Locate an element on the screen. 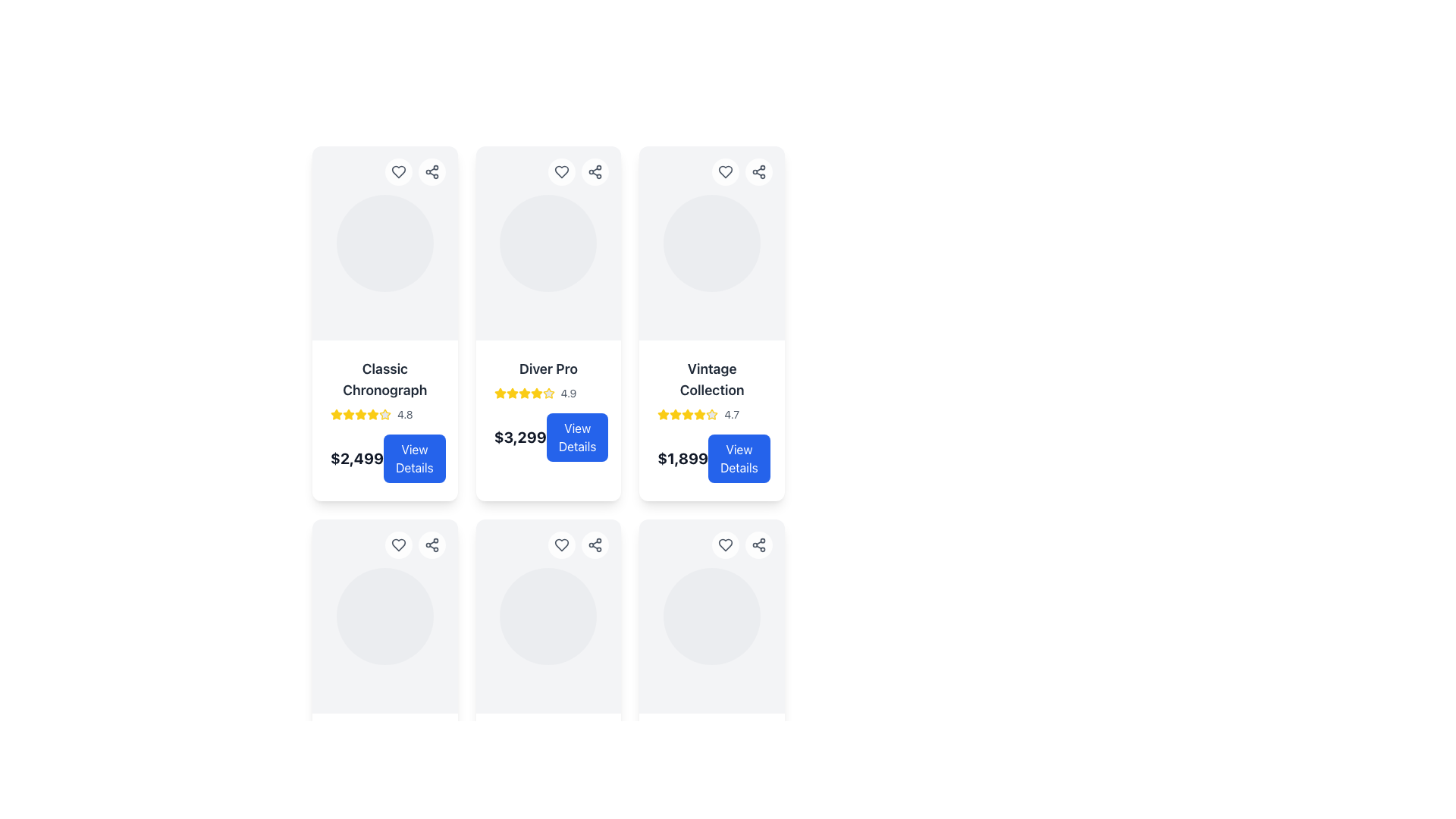  the rating displayed on the Product card, which is the third item in a horizontal list of product cards in the grid section is located at coordinates (711, 421).